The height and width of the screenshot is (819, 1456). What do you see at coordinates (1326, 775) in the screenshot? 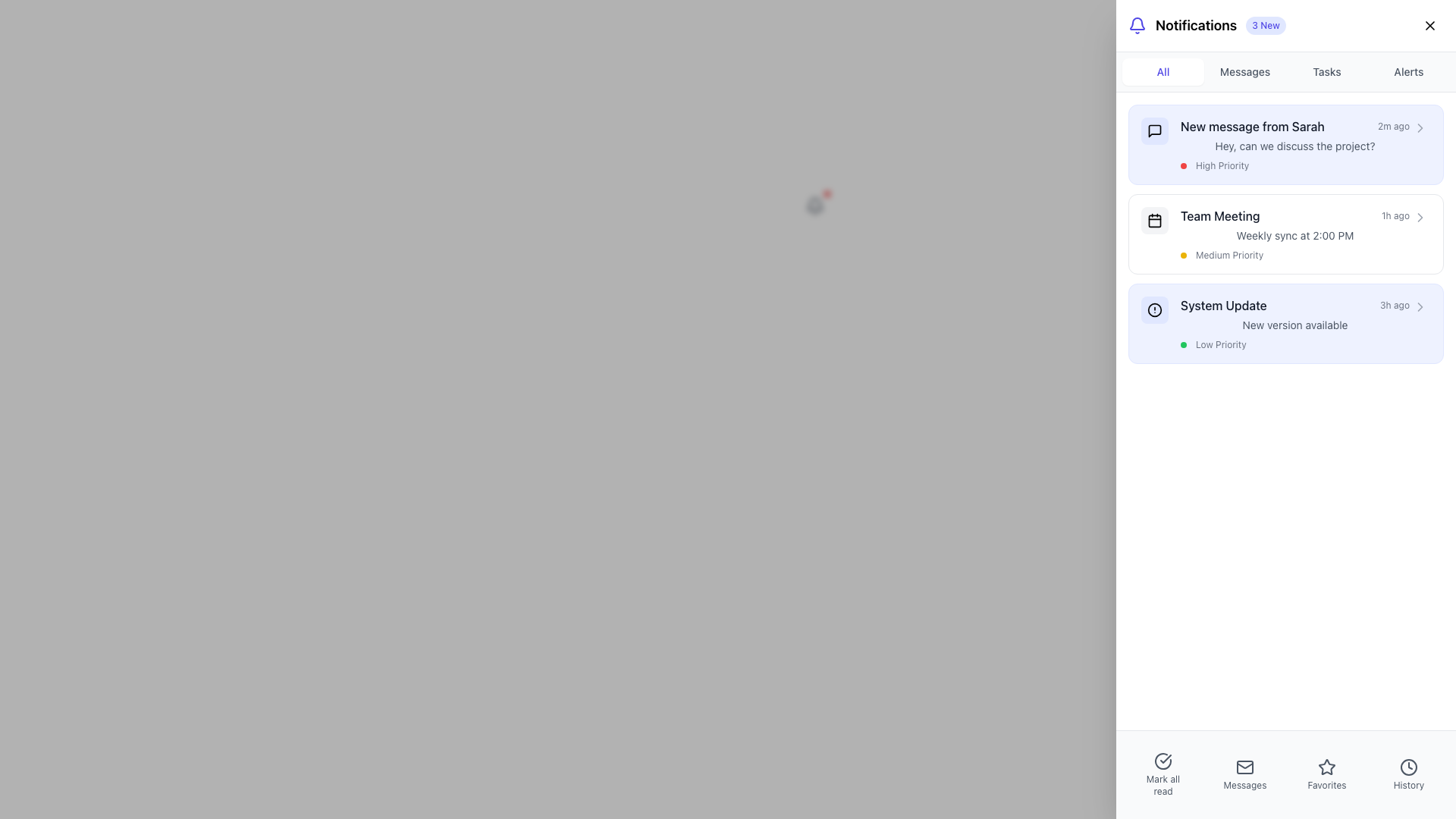
I see `the 'Favorites' button, which is an outlined star icon with a label below it` at bounding box center [1326, 775].